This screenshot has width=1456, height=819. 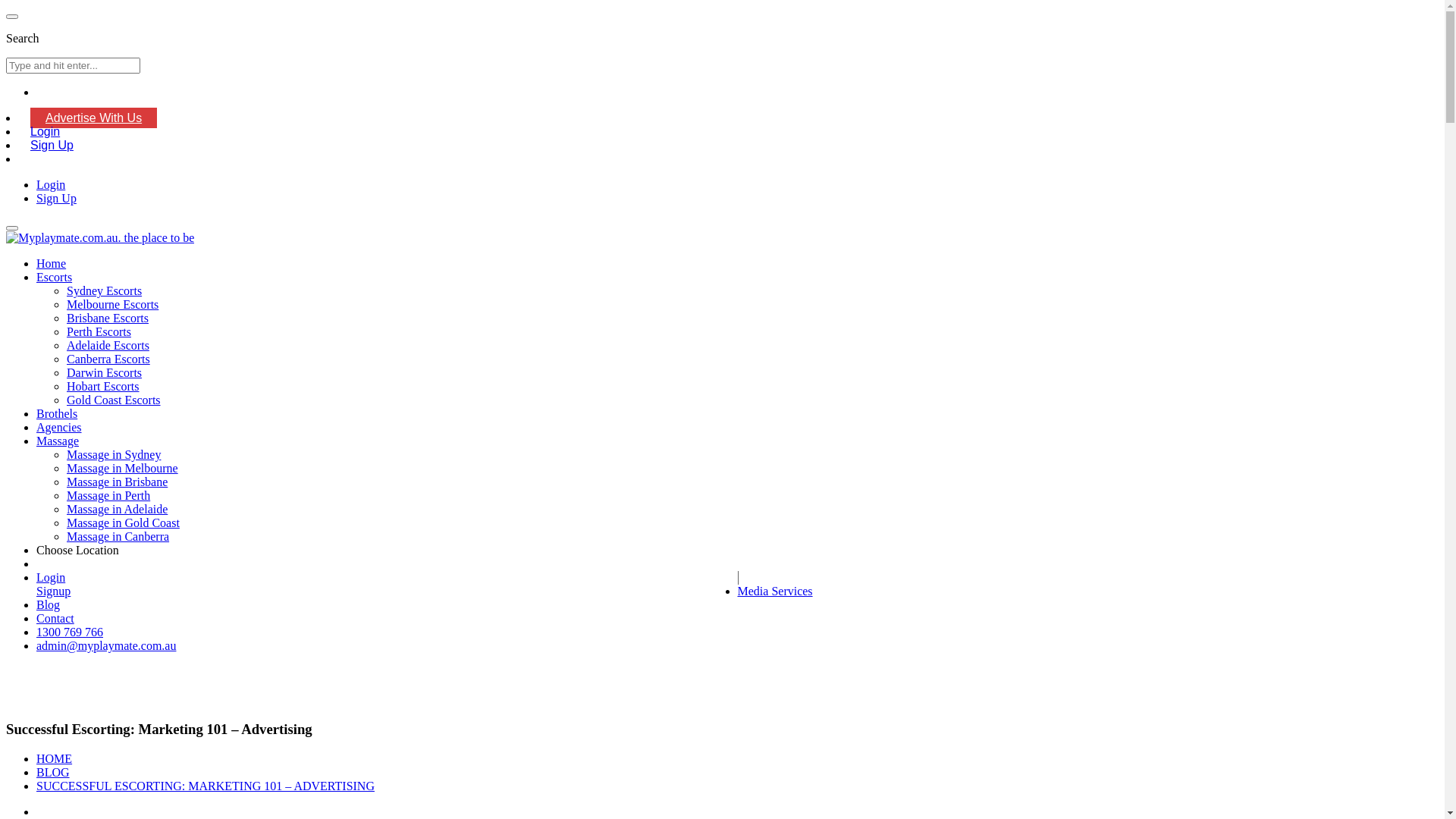 I want to click on 'Massage in Gold Coast', so click(x=65, y=522).